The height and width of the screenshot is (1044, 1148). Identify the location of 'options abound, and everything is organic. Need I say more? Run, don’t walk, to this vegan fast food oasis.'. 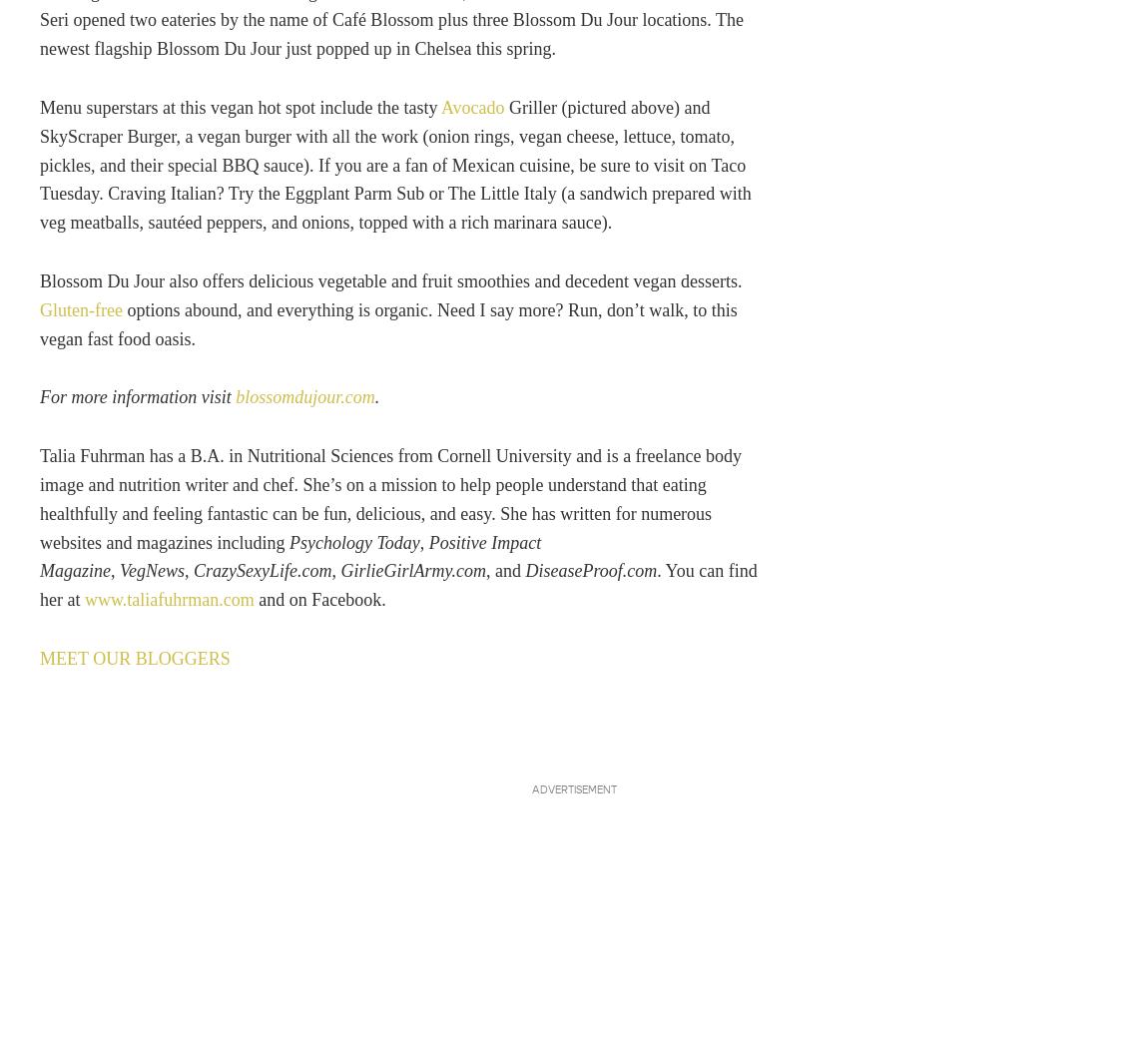
(39, 322).